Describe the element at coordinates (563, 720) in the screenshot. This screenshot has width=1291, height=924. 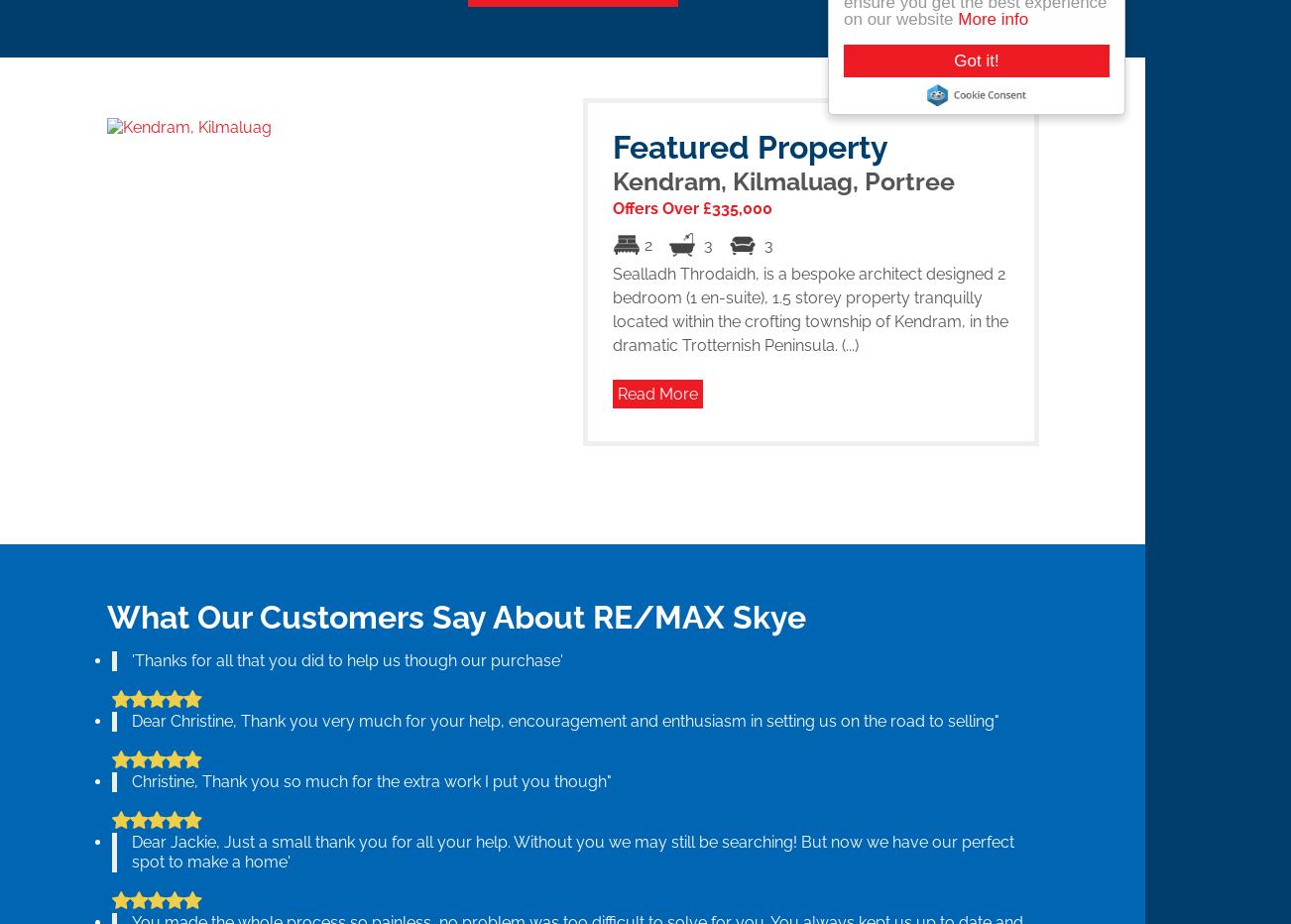
I see `'Dear Christine, Thank you very much for your help, encouragement and enthusiasm in setting us on the road to selling"'` at that location.